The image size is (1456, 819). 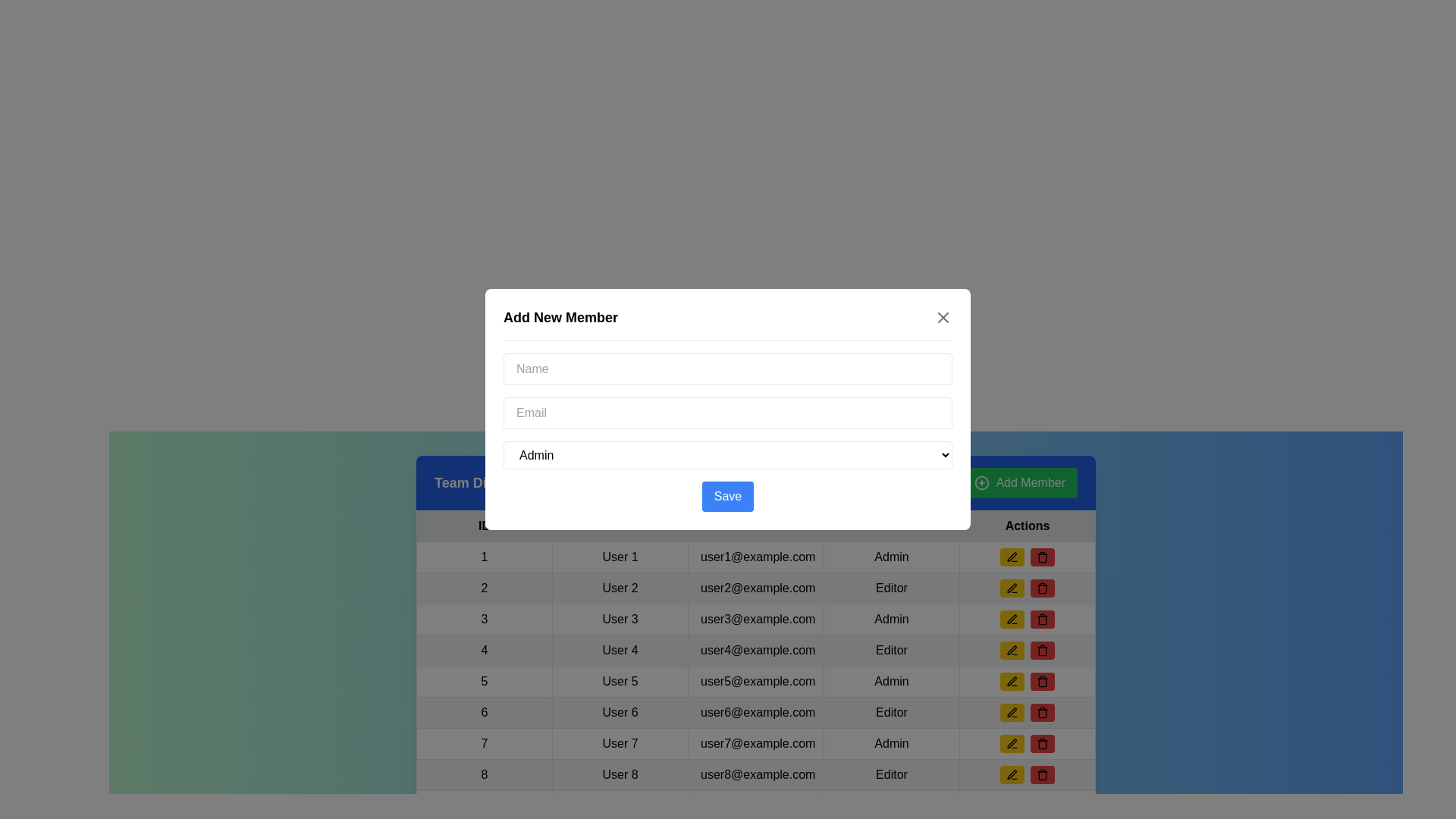 I want to click on the pen icon in the Actions column of the table for User 2, so click(x=1012, y=587).